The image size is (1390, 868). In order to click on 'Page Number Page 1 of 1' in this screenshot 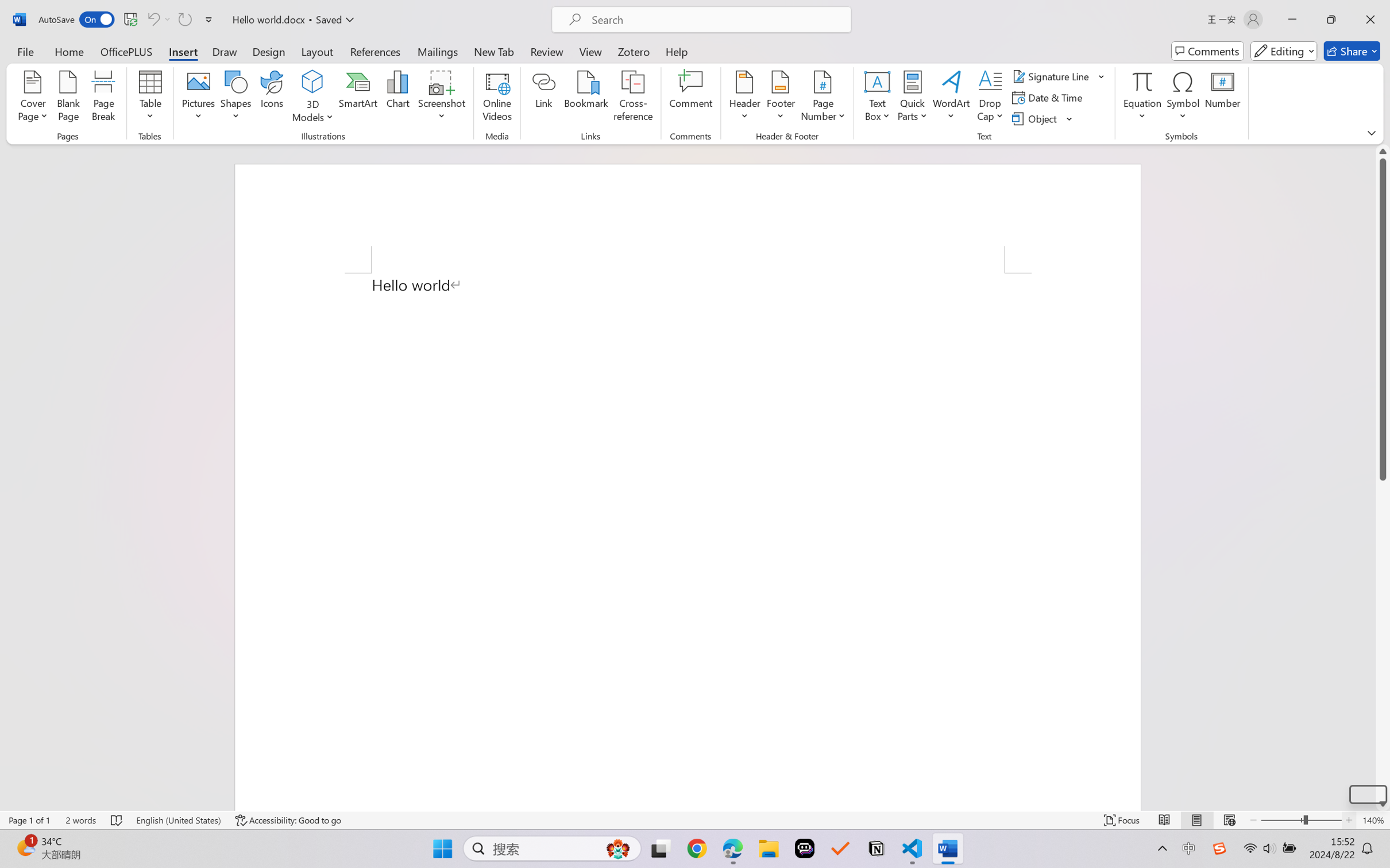, I will do `click(30, 820)`.